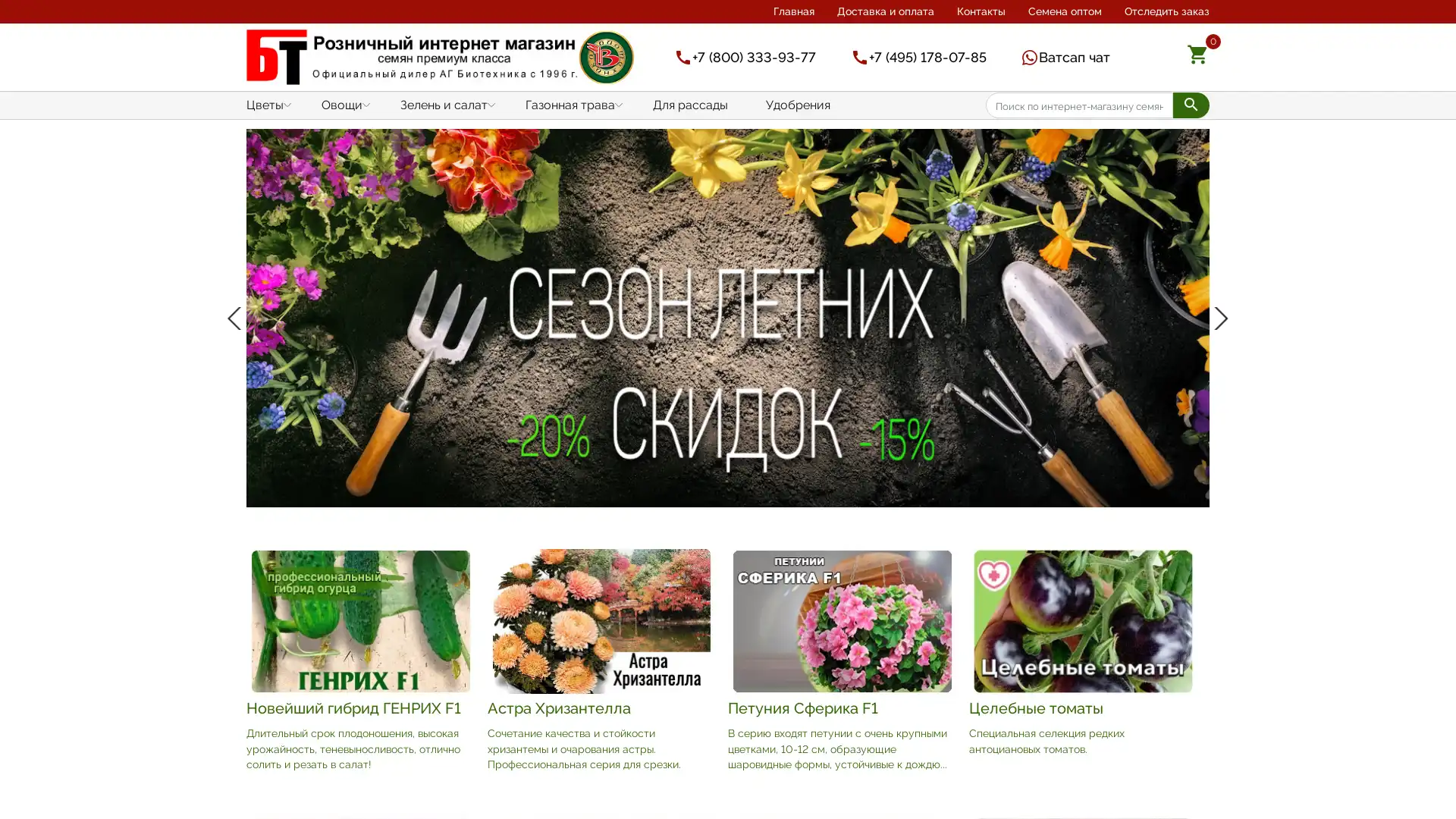 This screenshot has width=1456, height=819. What do you see at coordinates (1218, 317) in the screenshot?
I see `Next` at bounding box center [1218, 317].